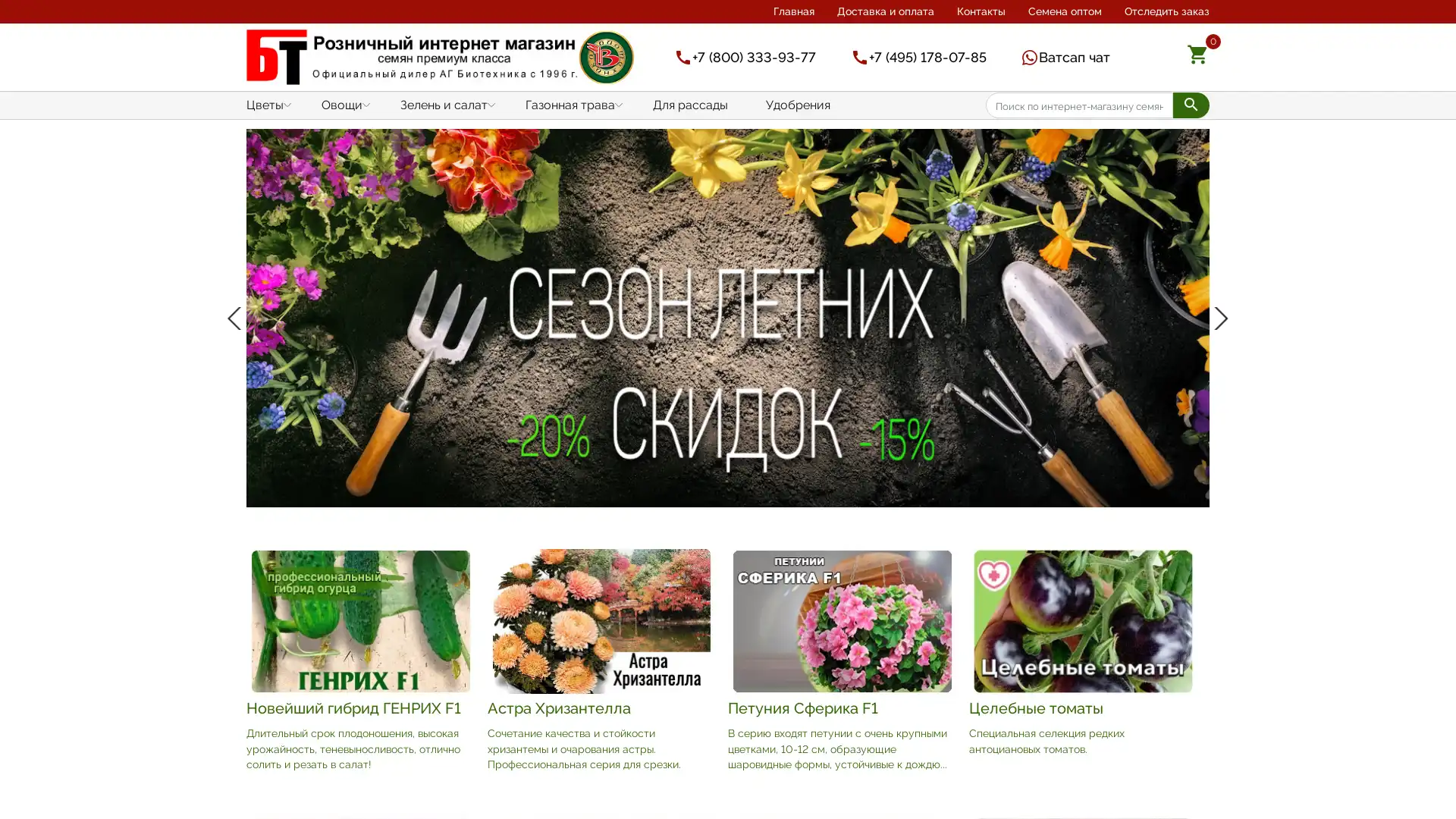 This screenshot has width=1456, height=819. What do you see at coordinates (1218, 317) in the screenshot?
I see `Next` at bounding box center [1218, 317].